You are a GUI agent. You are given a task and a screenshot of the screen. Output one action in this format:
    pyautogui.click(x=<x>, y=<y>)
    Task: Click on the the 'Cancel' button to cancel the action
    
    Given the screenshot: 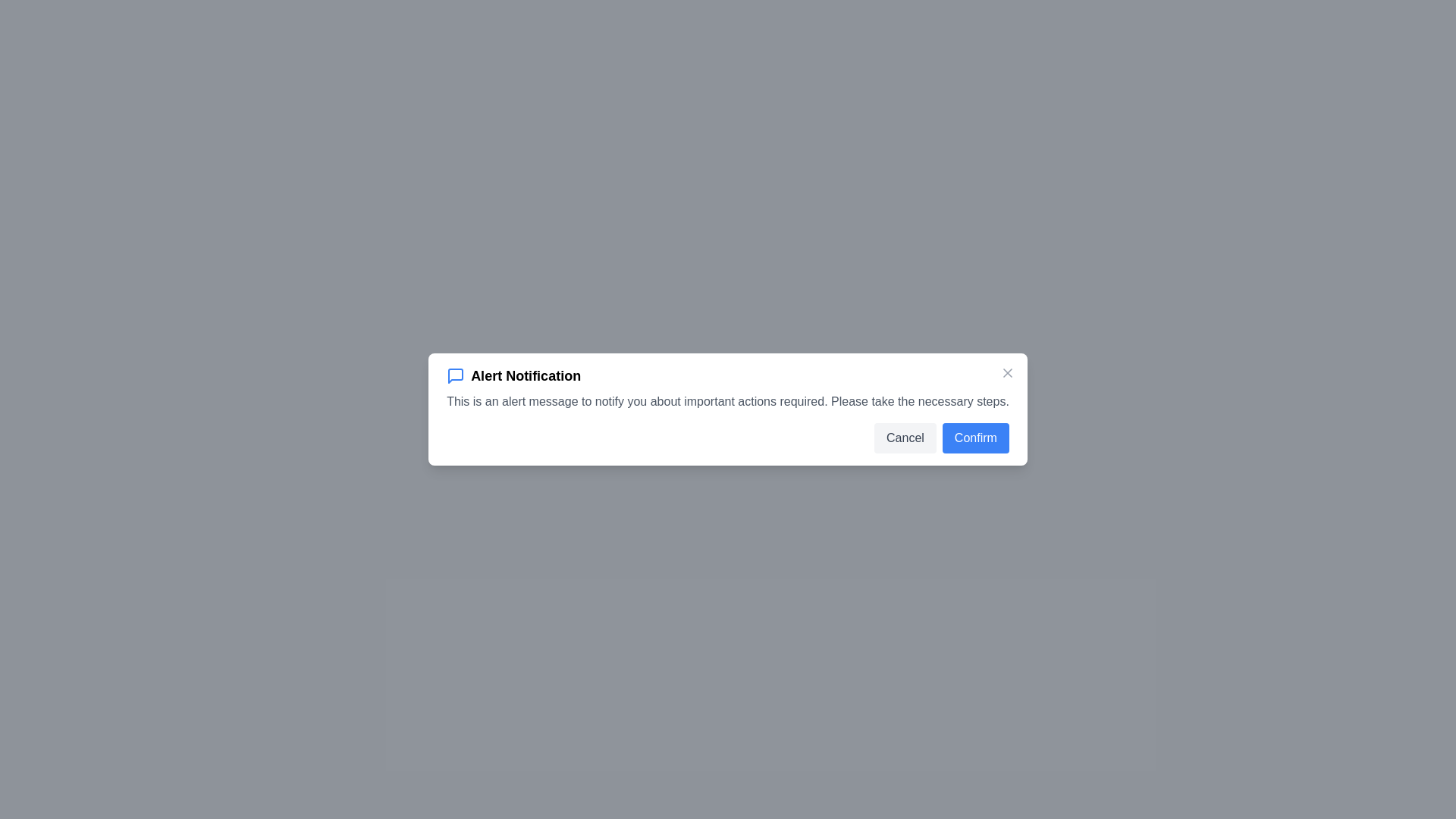 What is the action you would take?
    pyautogui.click(x=905, y=438)
    